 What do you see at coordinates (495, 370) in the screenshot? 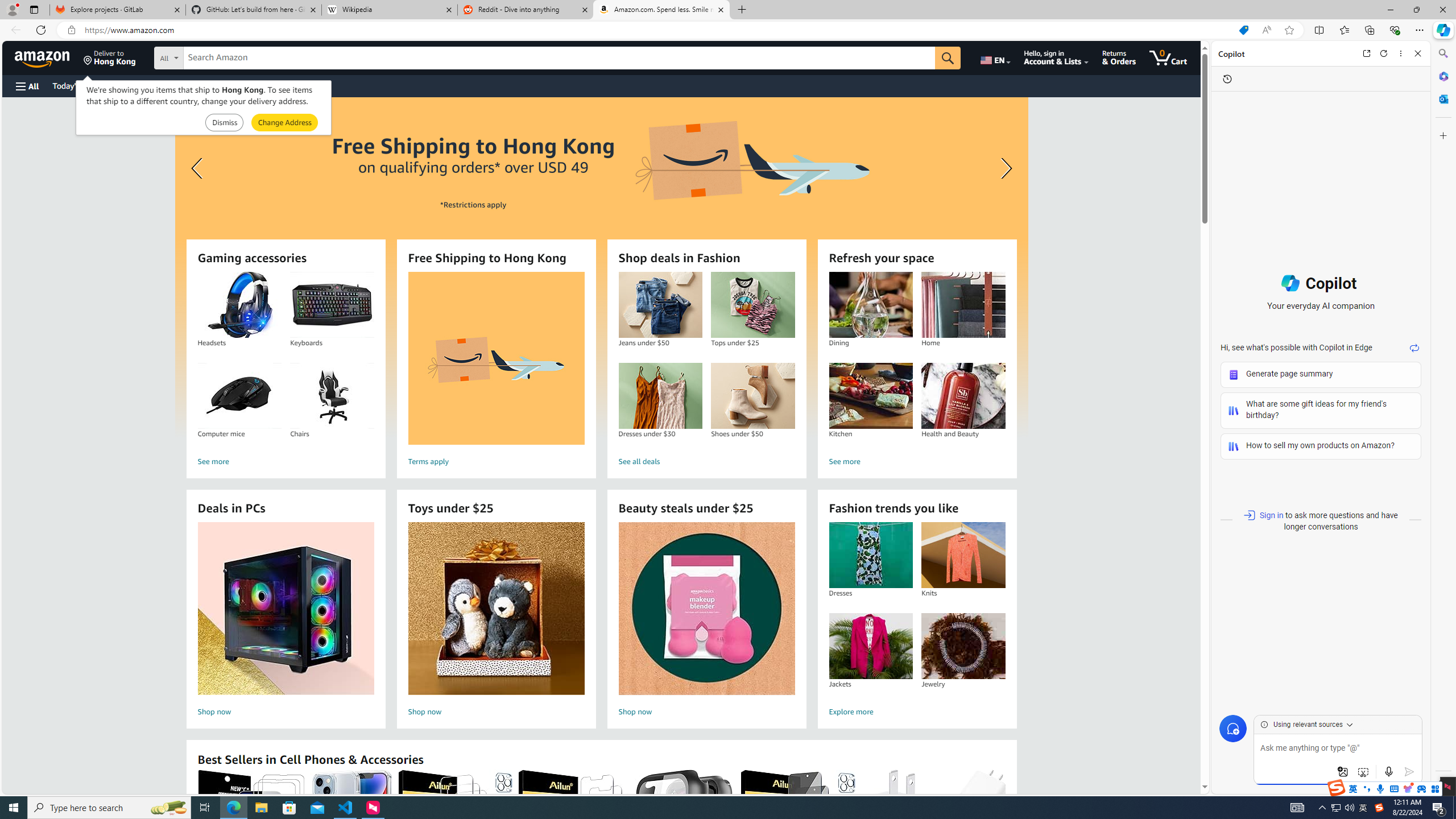
I see `'Free Shipping to Hong Kong Terms apply'` at bounding box center [495, 370].